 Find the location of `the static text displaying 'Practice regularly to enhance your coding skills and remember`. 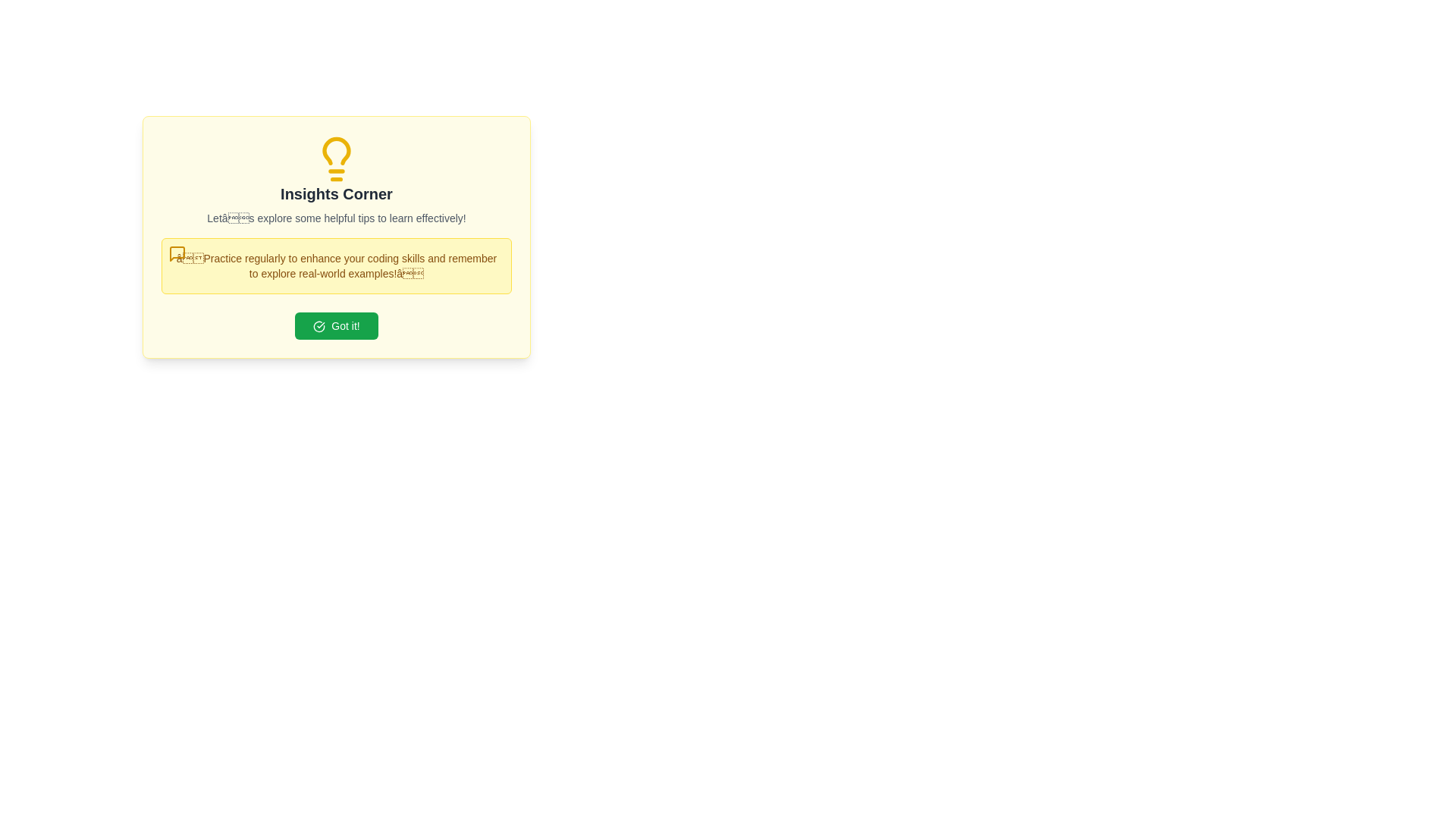

the static text displaying 'Practice regularly to enhance your coding skills and remember is located at coordinates (336, 265).